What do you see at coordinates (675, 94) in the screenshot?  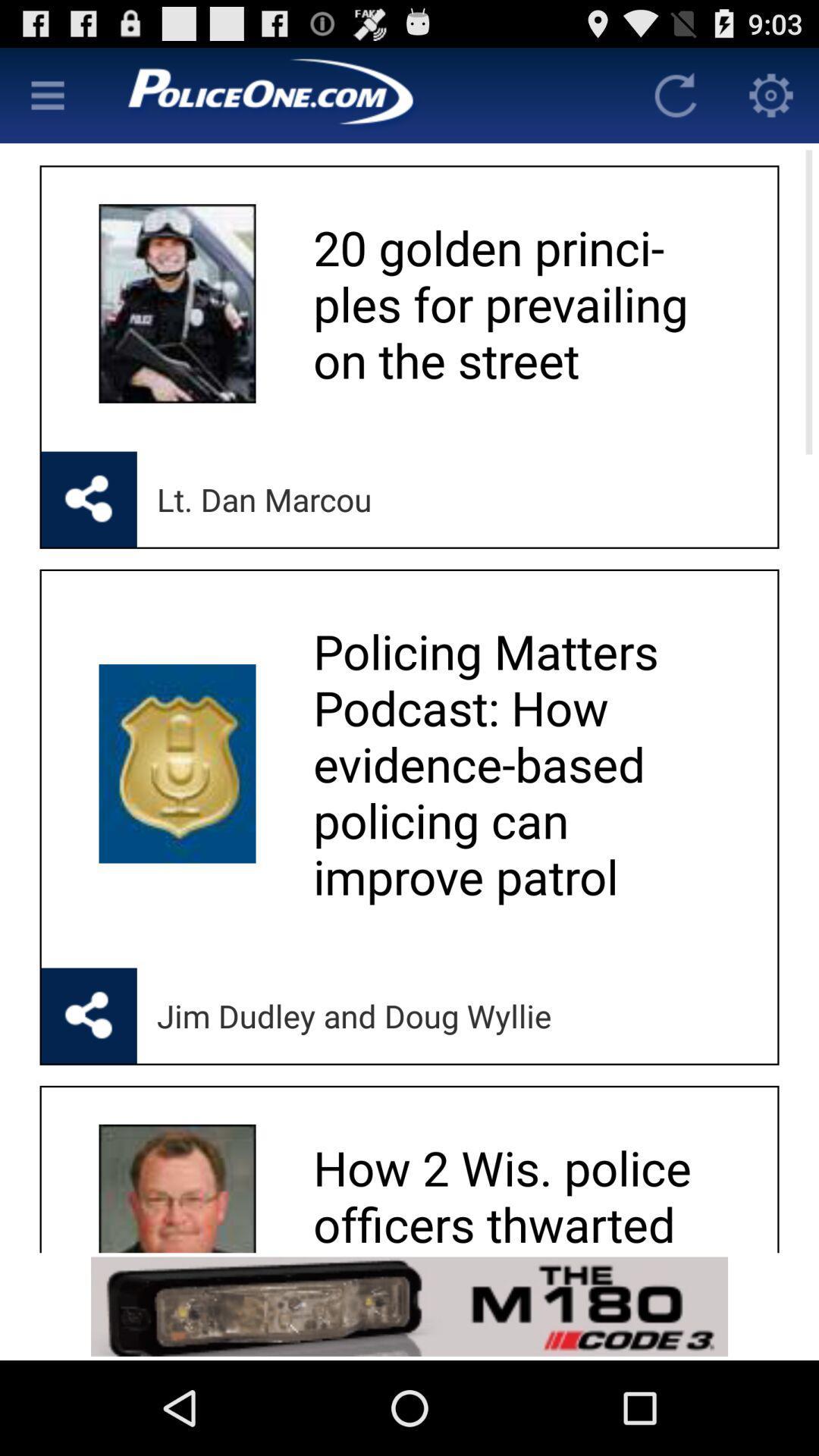 I see `reload page` at bounding box center [675, 94].